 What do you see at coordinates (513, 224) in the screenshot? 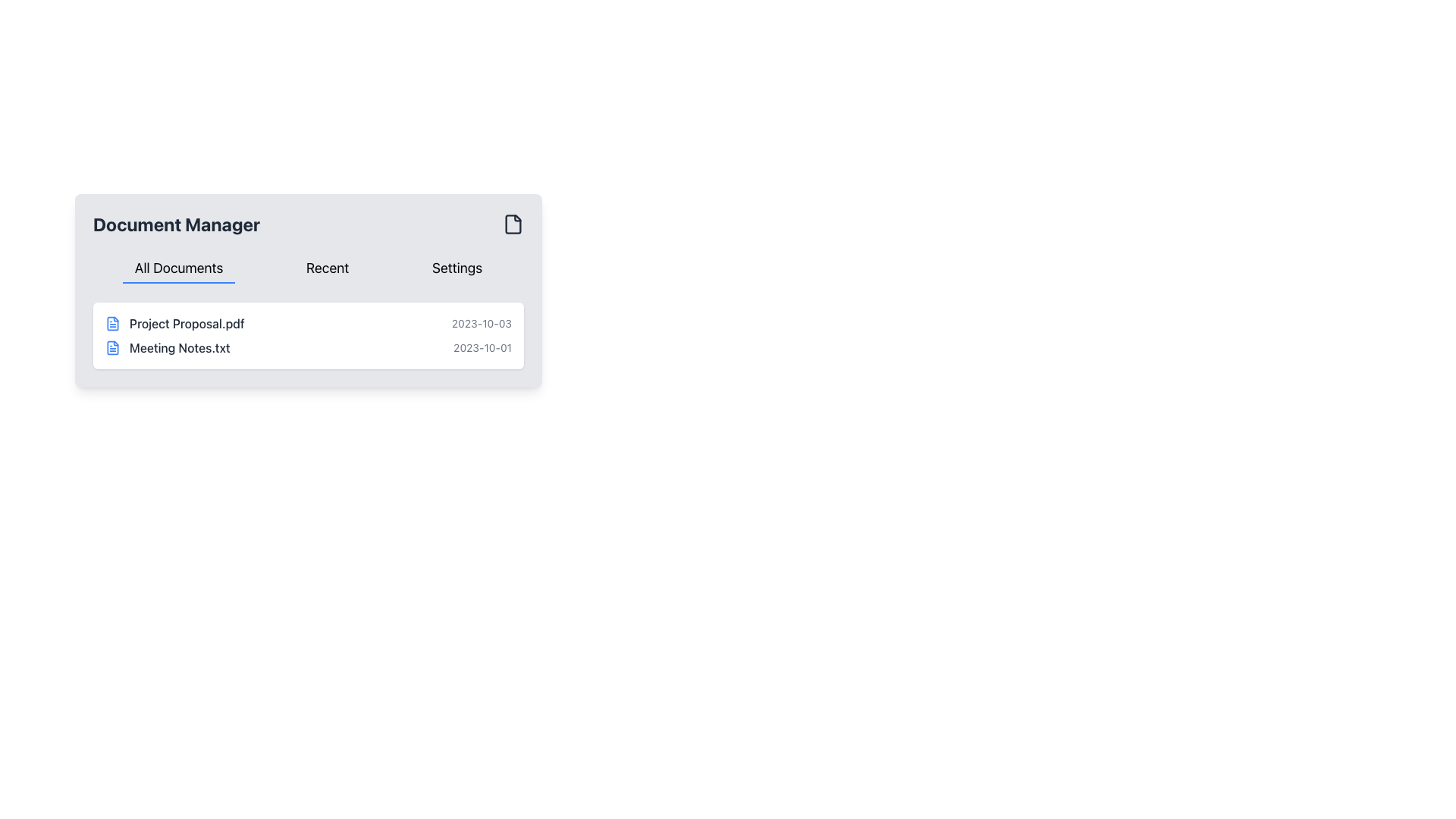
I see `the document or file icon located at the top-right corner of the 'Document Manager' section, adjacent to the title 'Document Manager'` at bounding box center [513, 224].